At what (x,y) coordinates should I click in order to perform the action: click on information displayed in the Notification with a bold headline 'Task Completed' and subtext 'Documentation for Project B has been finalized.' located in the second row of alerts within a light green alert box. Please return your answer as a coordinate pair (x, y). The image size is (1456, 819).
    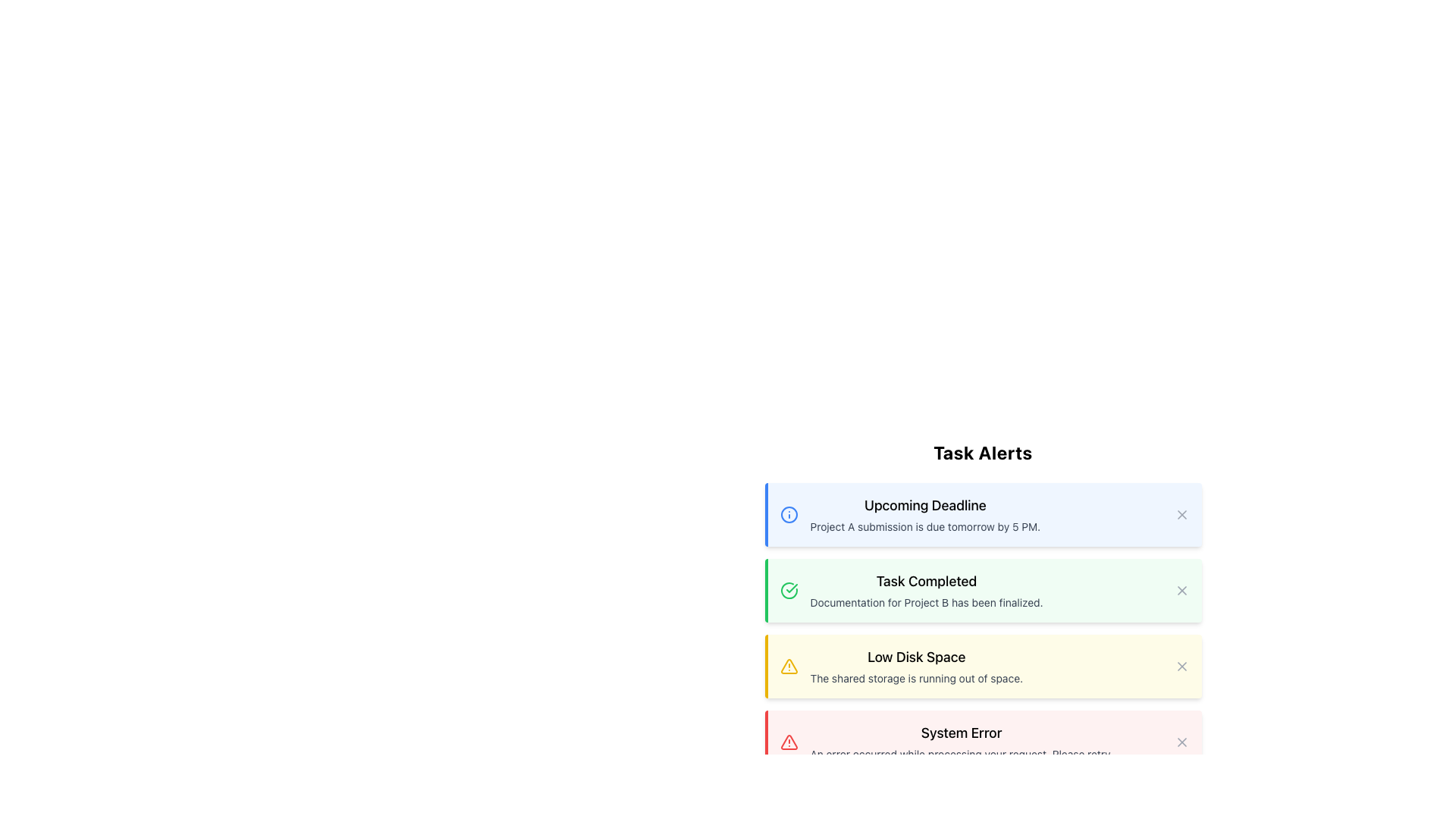
    Looking at the image, I should click on (926, 590).